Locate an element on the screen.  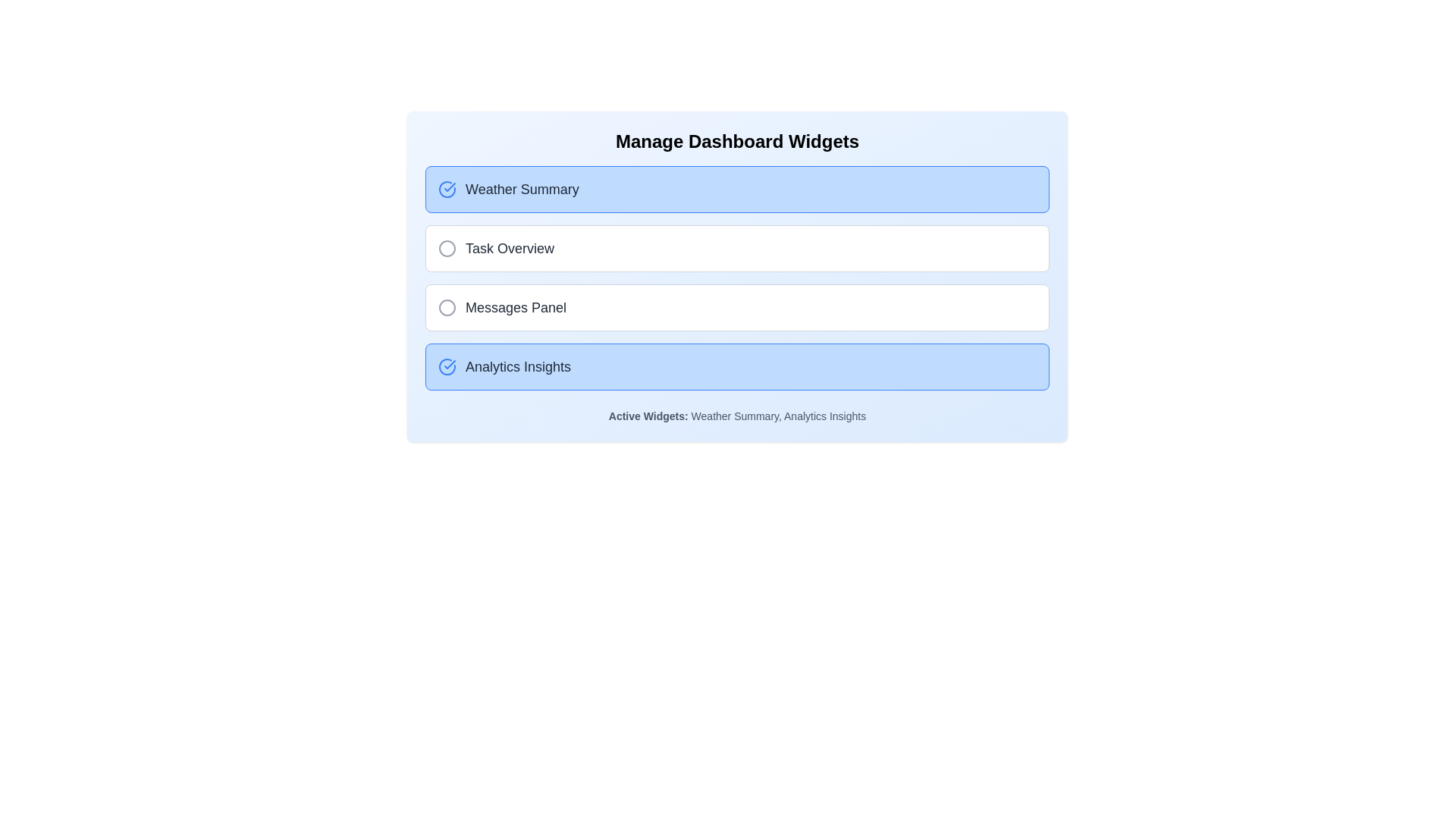
the outlined circle icon representing 'Task Overview', which is the second item in the vertical list, between 'Weather Summary' and 'Messages Panel' is located at coordinates (447, 247).